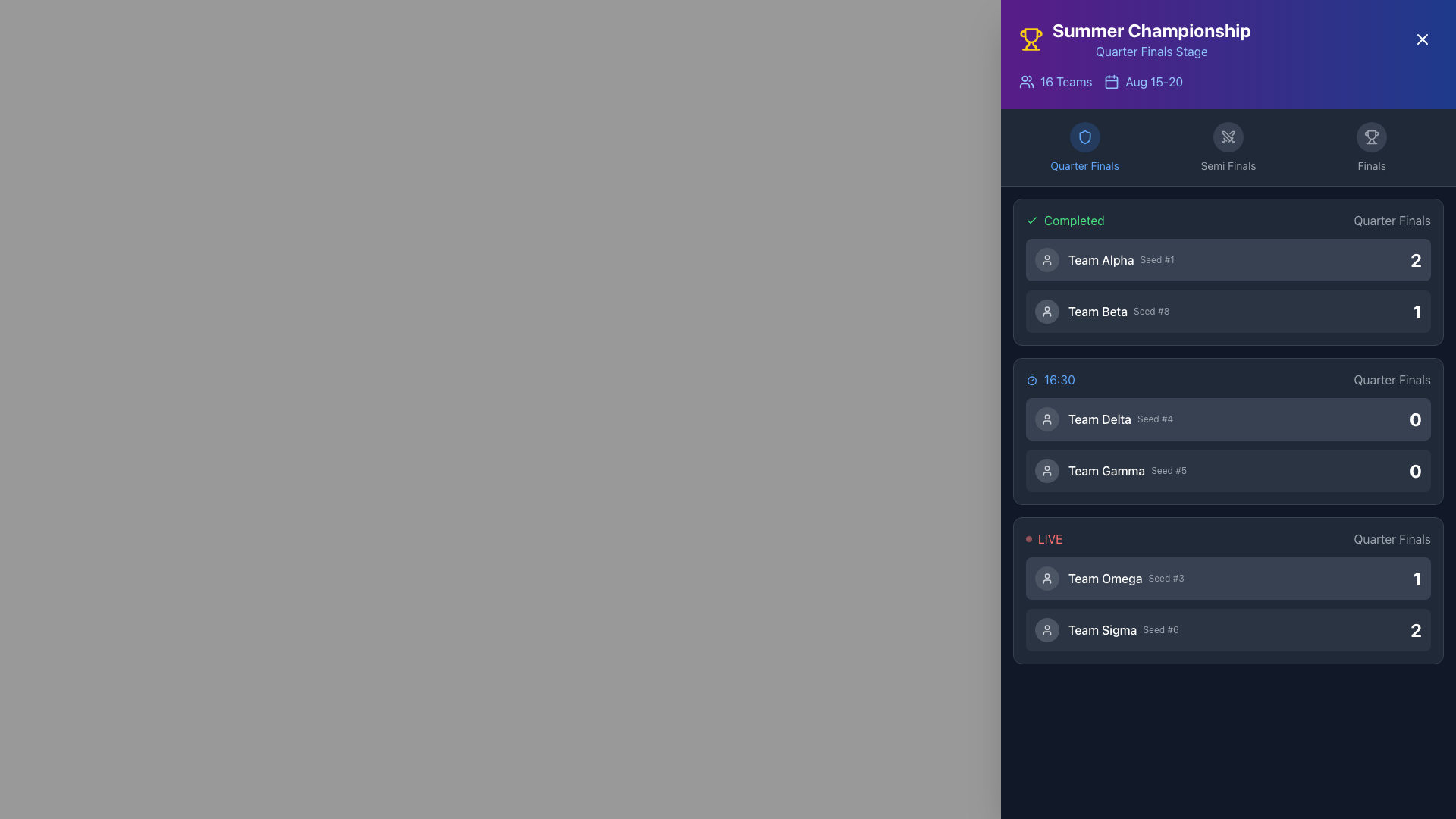  Describe the element at coordinates (1106, 629) in the screenshot. I see `the clickable list item labeled 'Team Sigma Seed #6'` at that location.